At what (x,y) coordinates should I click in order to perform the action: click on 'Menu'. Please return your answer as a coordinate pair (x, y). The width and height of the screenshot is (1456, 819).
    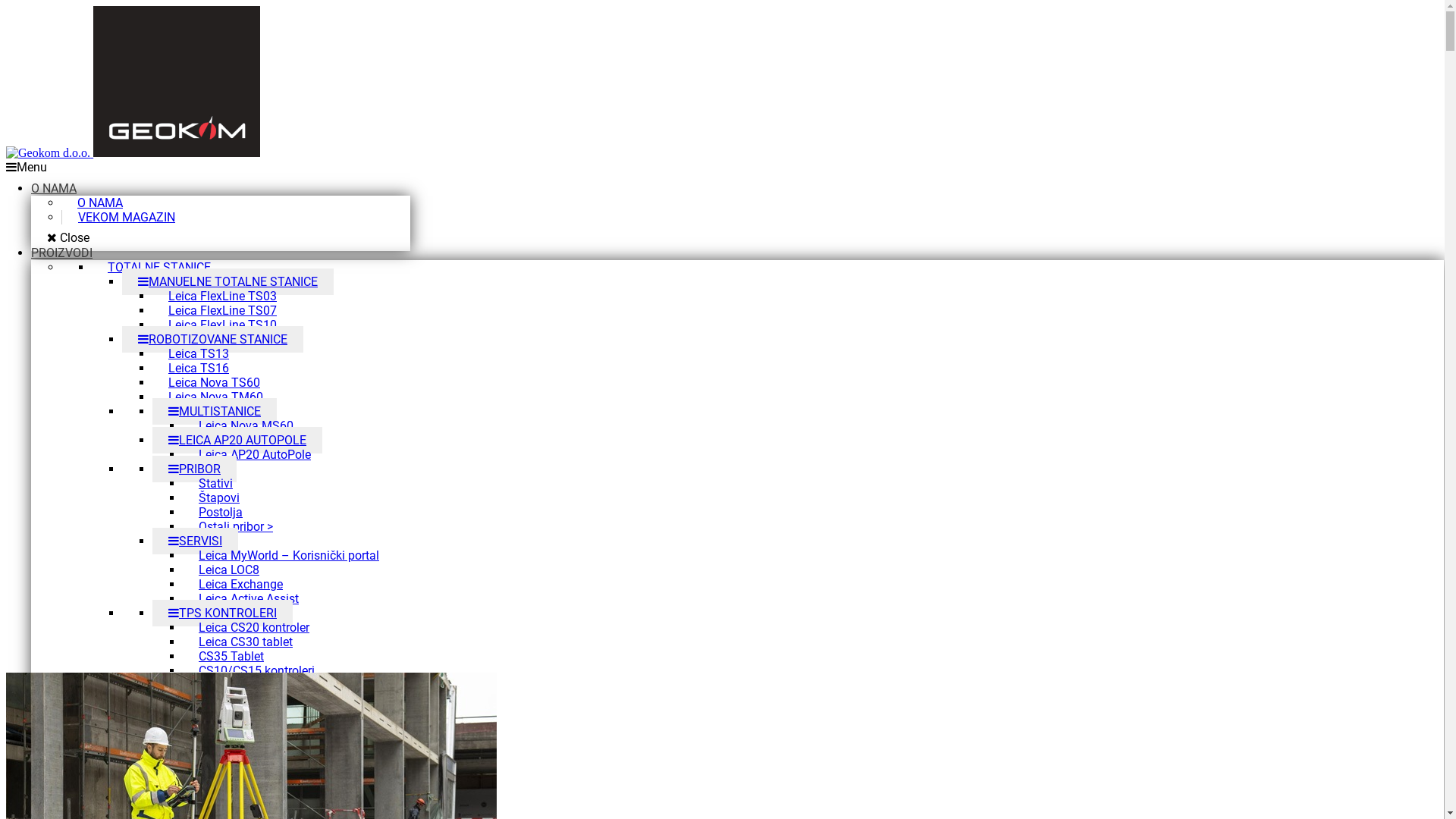
    Looking at the image, I should click on (26, 167).